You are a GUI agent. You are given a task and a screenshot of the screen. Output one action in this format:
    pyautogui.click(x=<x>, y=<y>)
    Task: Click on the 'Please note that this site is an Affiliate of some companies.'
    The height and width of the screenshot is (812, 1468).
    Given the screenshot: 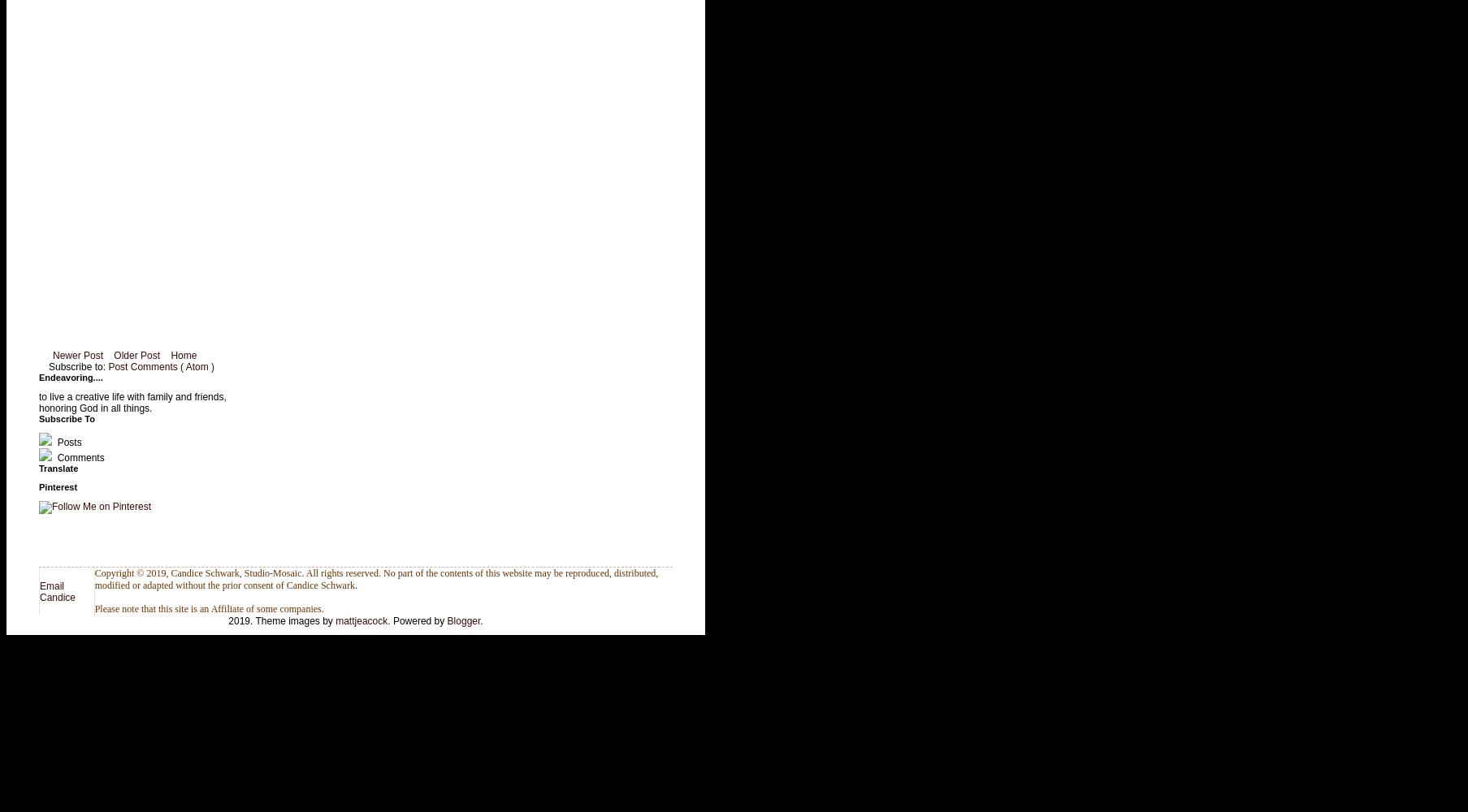 What is the action you would take?
    pyautogui.click(x=207, y=609)
    